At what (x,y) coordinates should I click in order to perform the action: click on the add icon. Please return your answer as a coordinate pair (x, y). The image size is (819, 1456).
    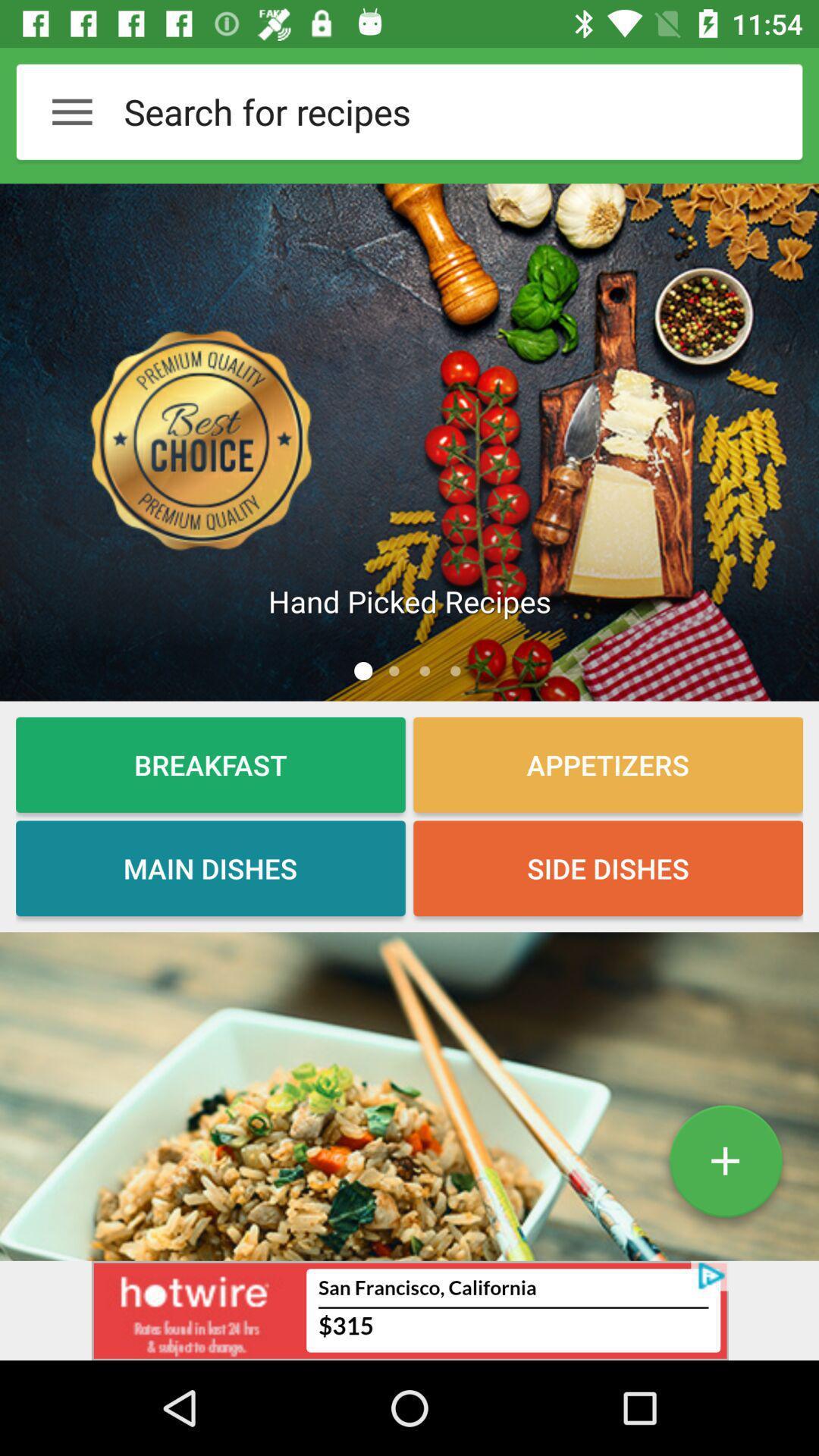
    Looking at the image, I should click on (724, 1166).